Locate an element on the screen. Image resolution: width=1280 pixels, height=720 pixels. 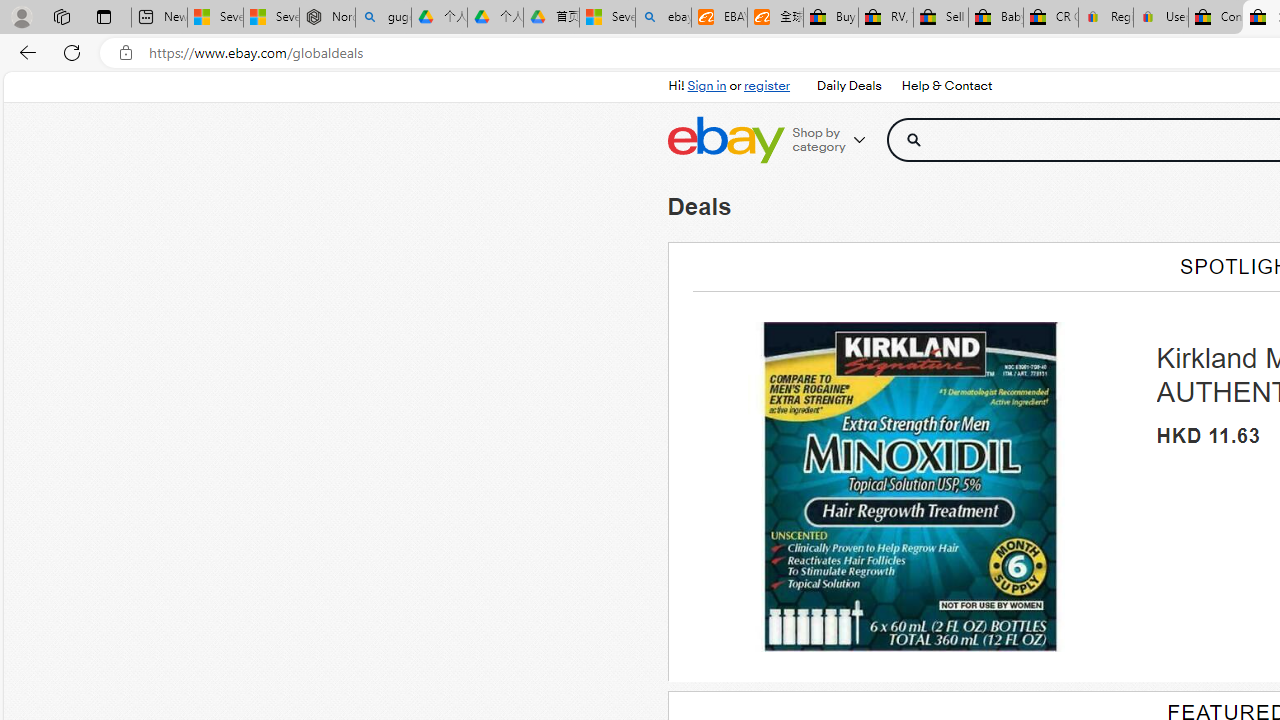
'eBay Home' is located at coordinates (724, 139).